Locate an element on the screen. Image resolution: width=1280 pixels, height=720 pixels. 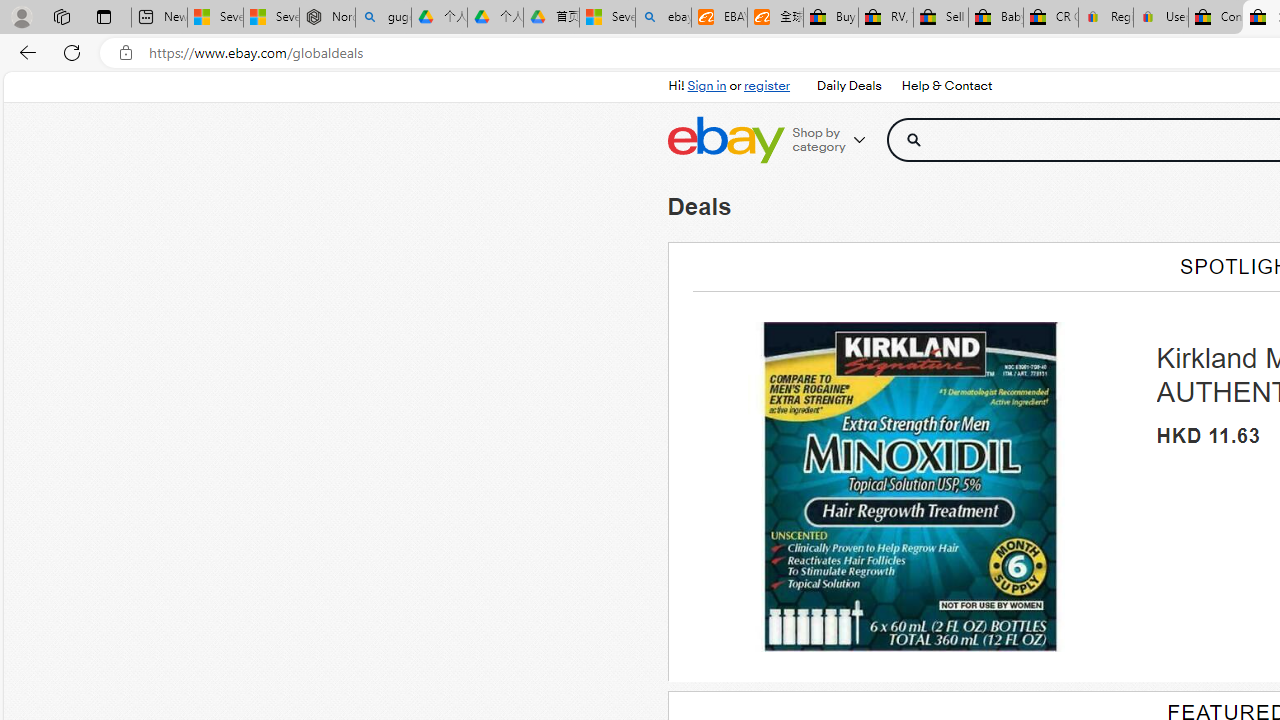
'eBay Home' is located at coordinates (724, 139).